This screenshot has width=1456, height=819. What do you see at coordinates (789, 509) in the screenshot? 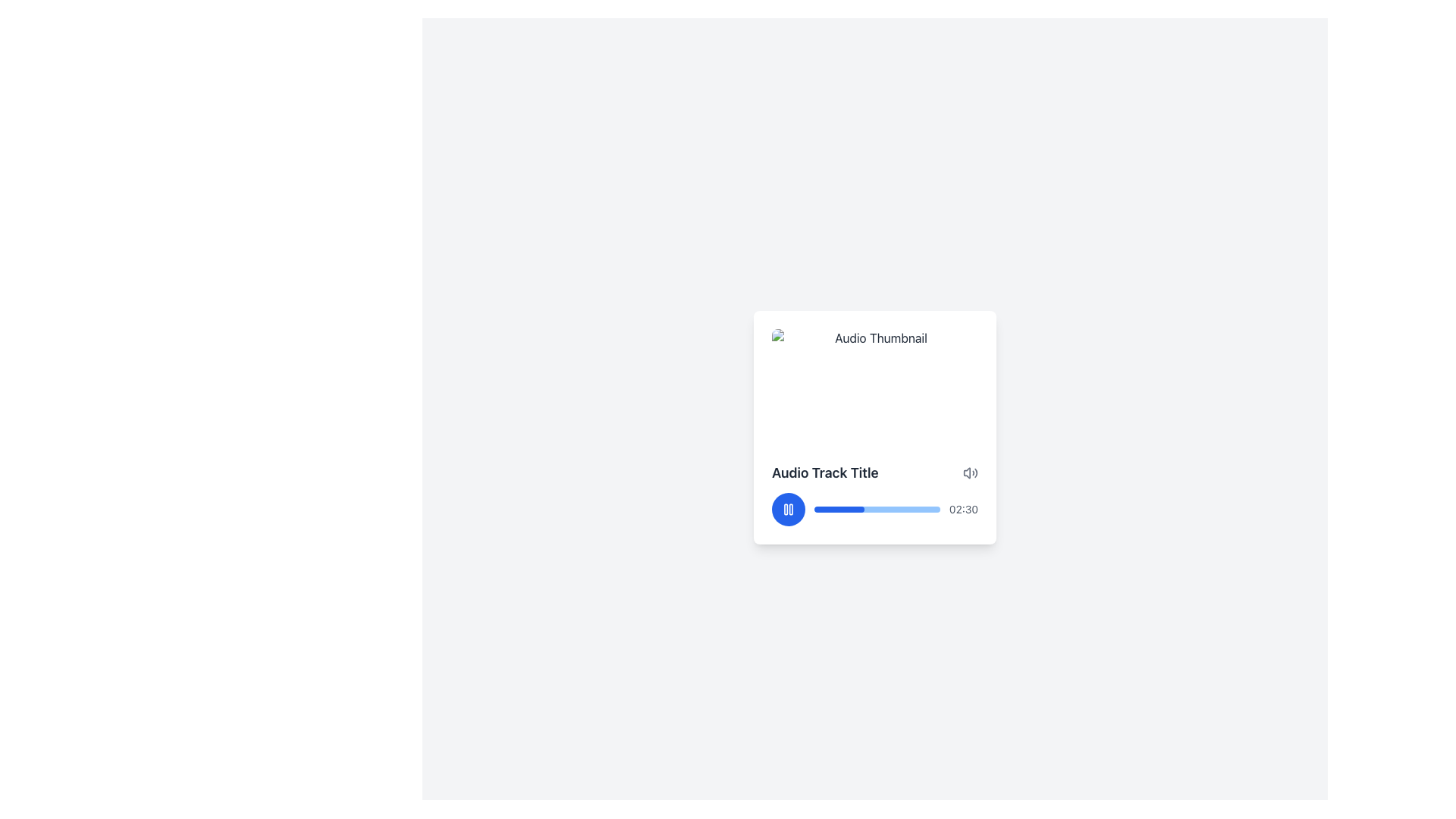
I see `the pause icon, which is a blue circular button containing two vertical white rectangles` at bounding box center [789, 509].